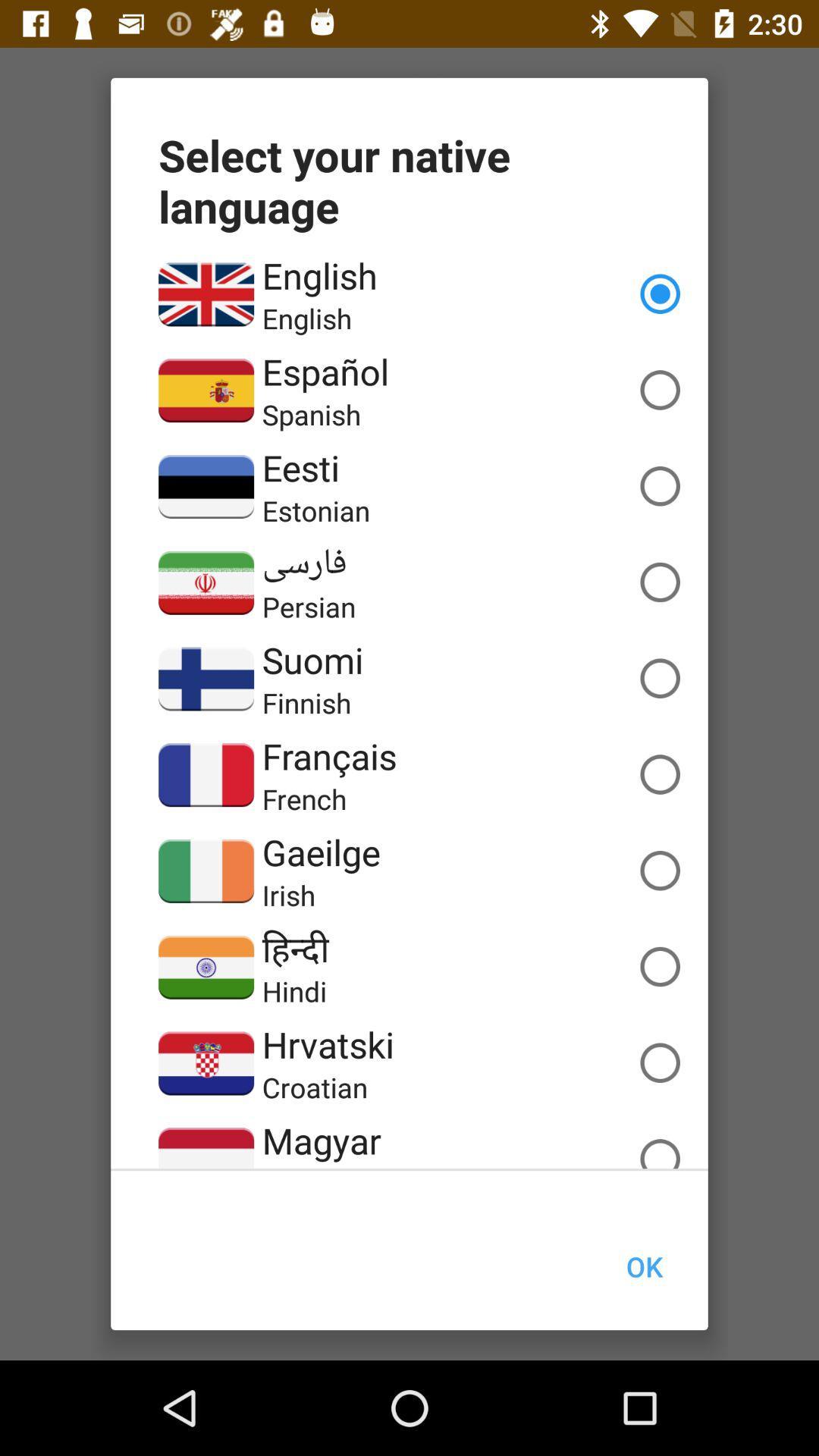 This screenshot has height=1456, width=819. What do you see at coordinates (312, 660) in the screenshot?
I see `the suomi icon` at bounding box center [312, 660].